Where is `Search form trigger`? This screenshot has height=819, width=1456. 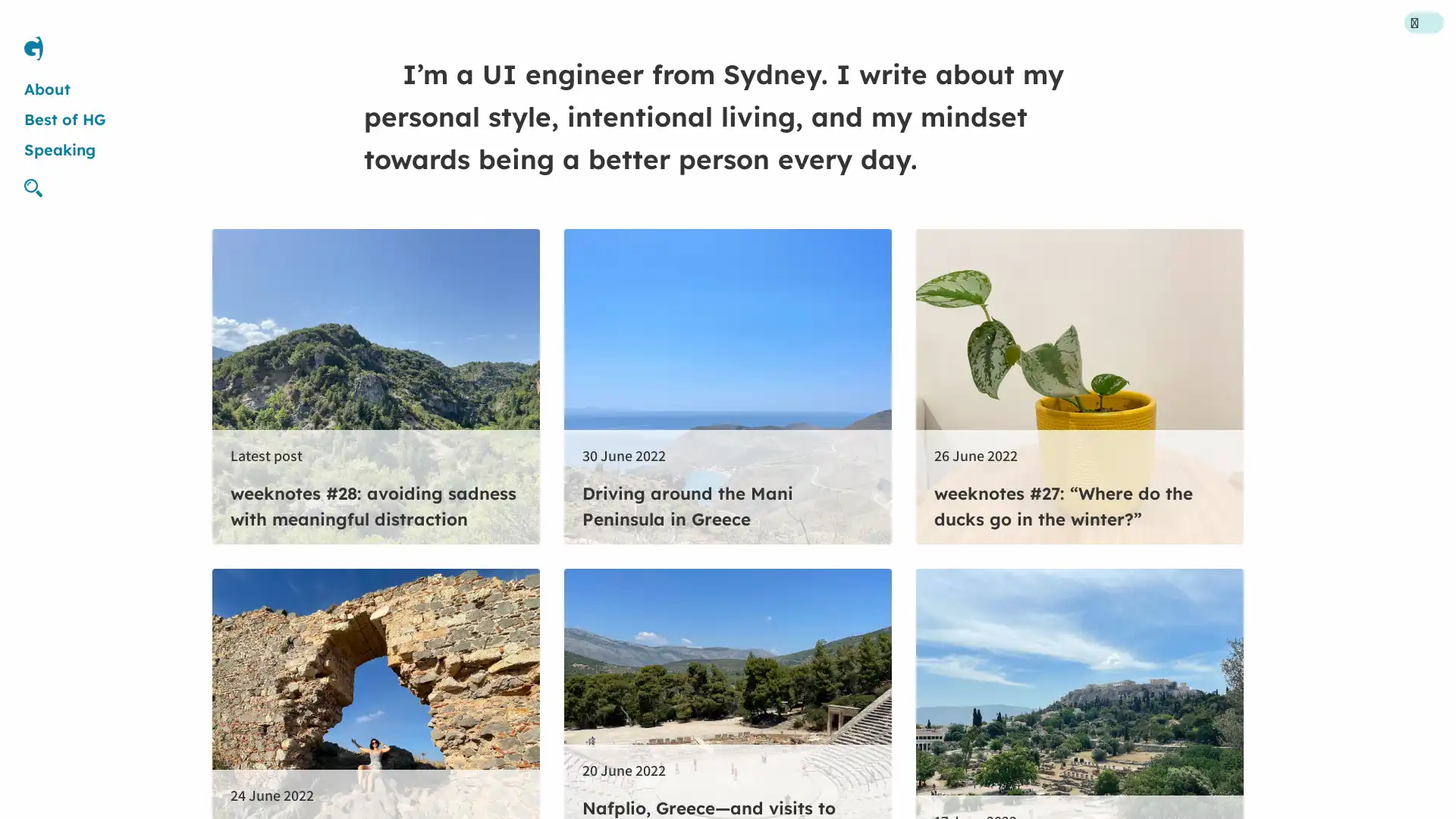
Search form trigger is located at coordinates (39, 187).